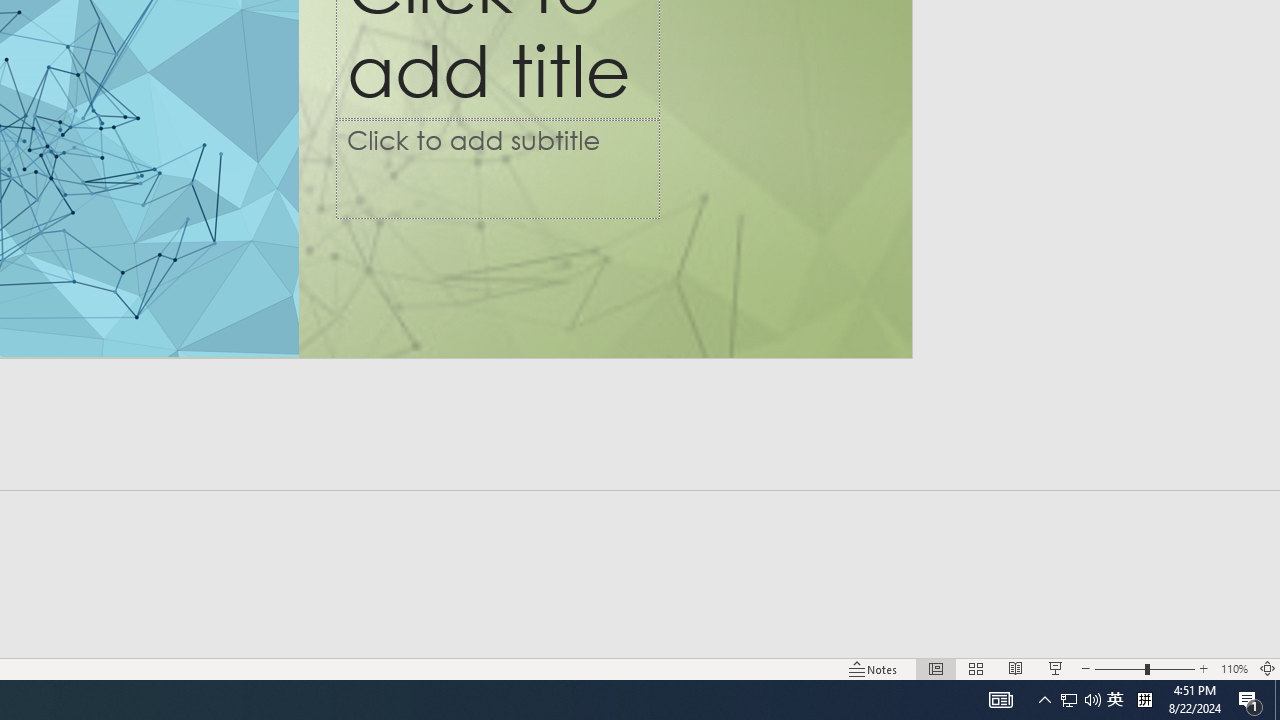  I want to click on 'Q2790: 100%', so click(1092, 698).